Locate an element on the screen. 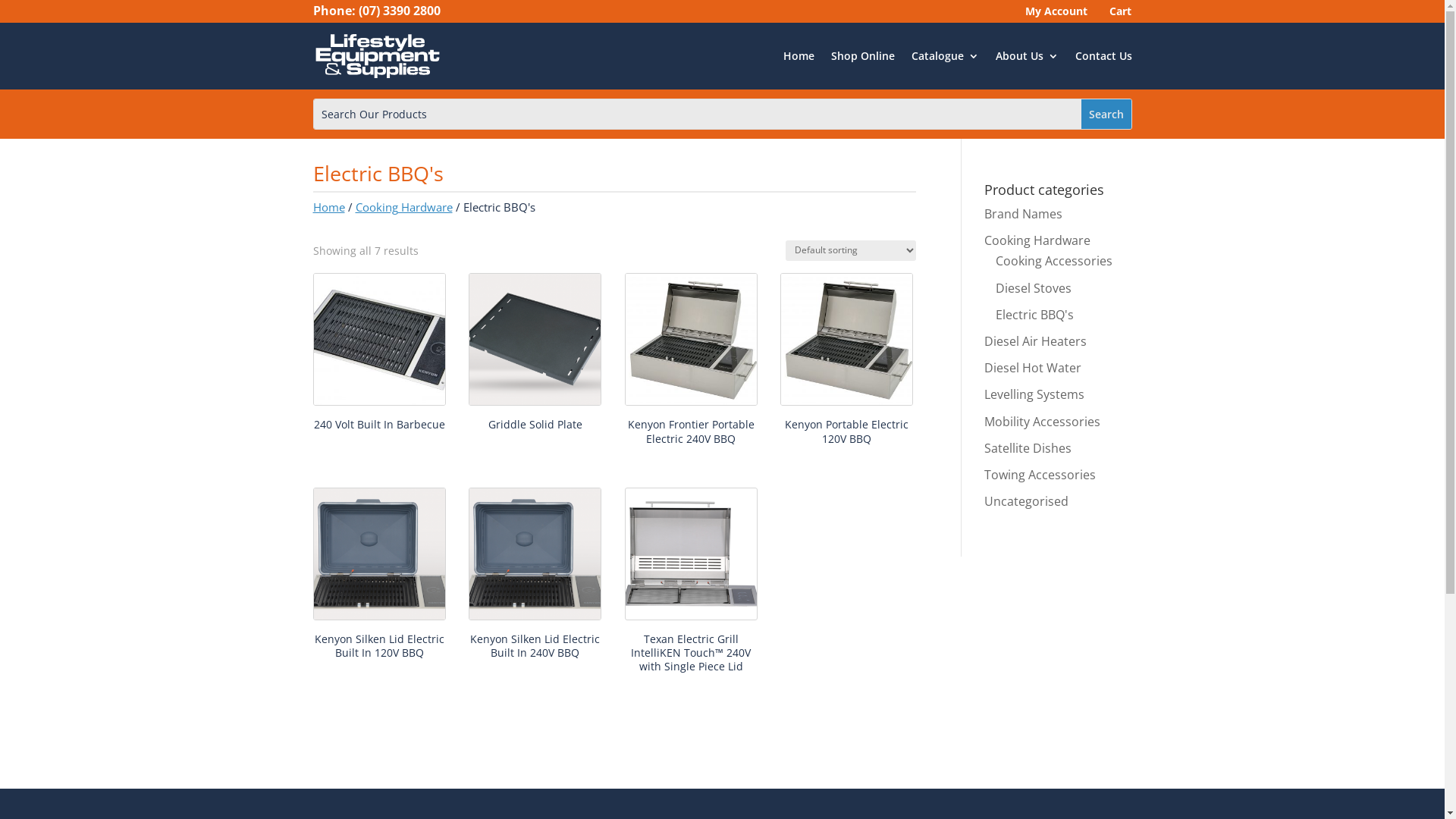 Image resolution: width=1456 pixels, height=819 pixels. 'My Account' is located at coordinates (1019, 14).